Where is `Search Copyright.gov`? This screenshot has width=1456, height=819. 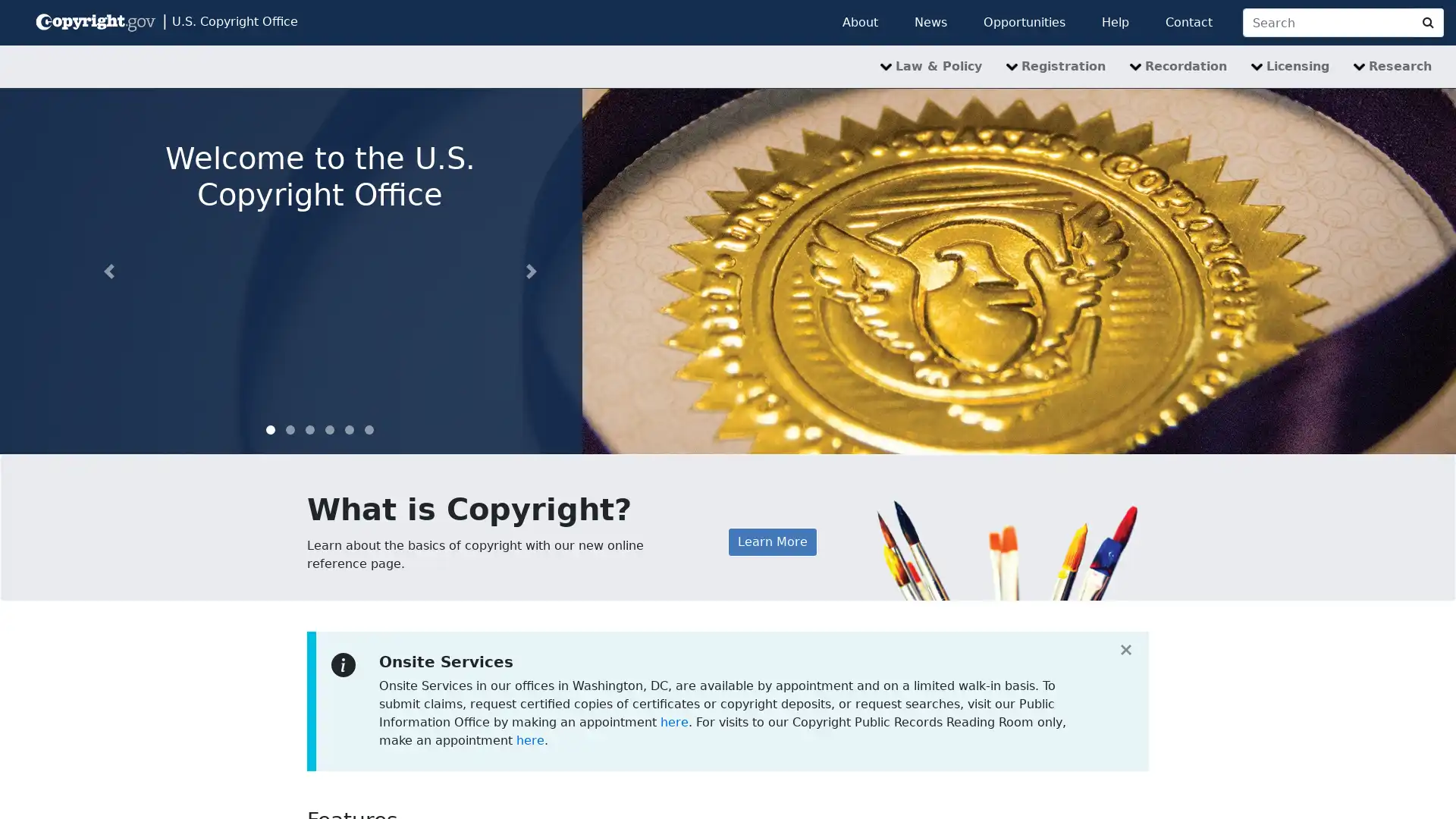 Search Copyright.gov is located at coordinates (1427, 23).